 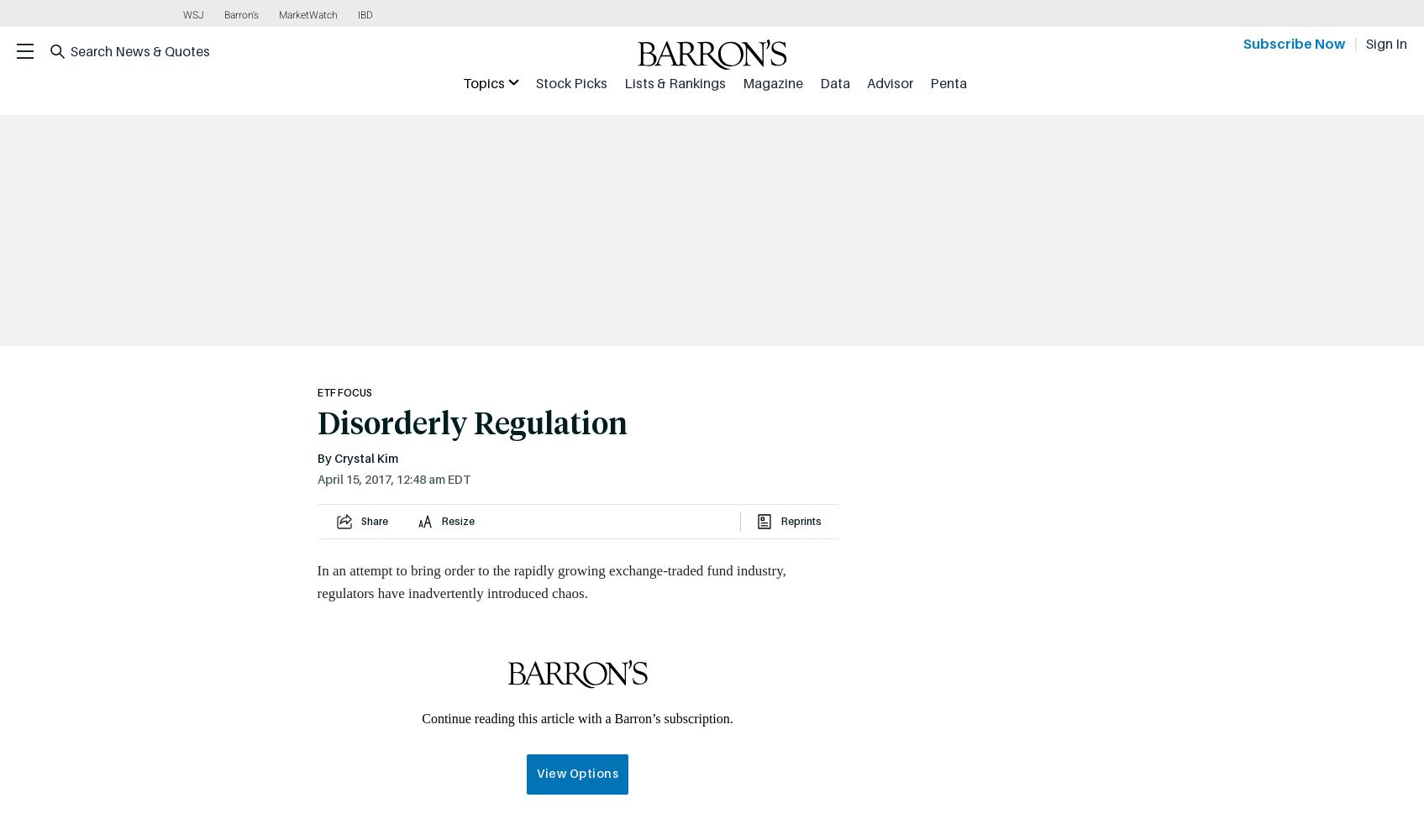 What do you see at coordinates (323, 458) in the screenshot?
I see `'By'` at bounding box center [323, 458].